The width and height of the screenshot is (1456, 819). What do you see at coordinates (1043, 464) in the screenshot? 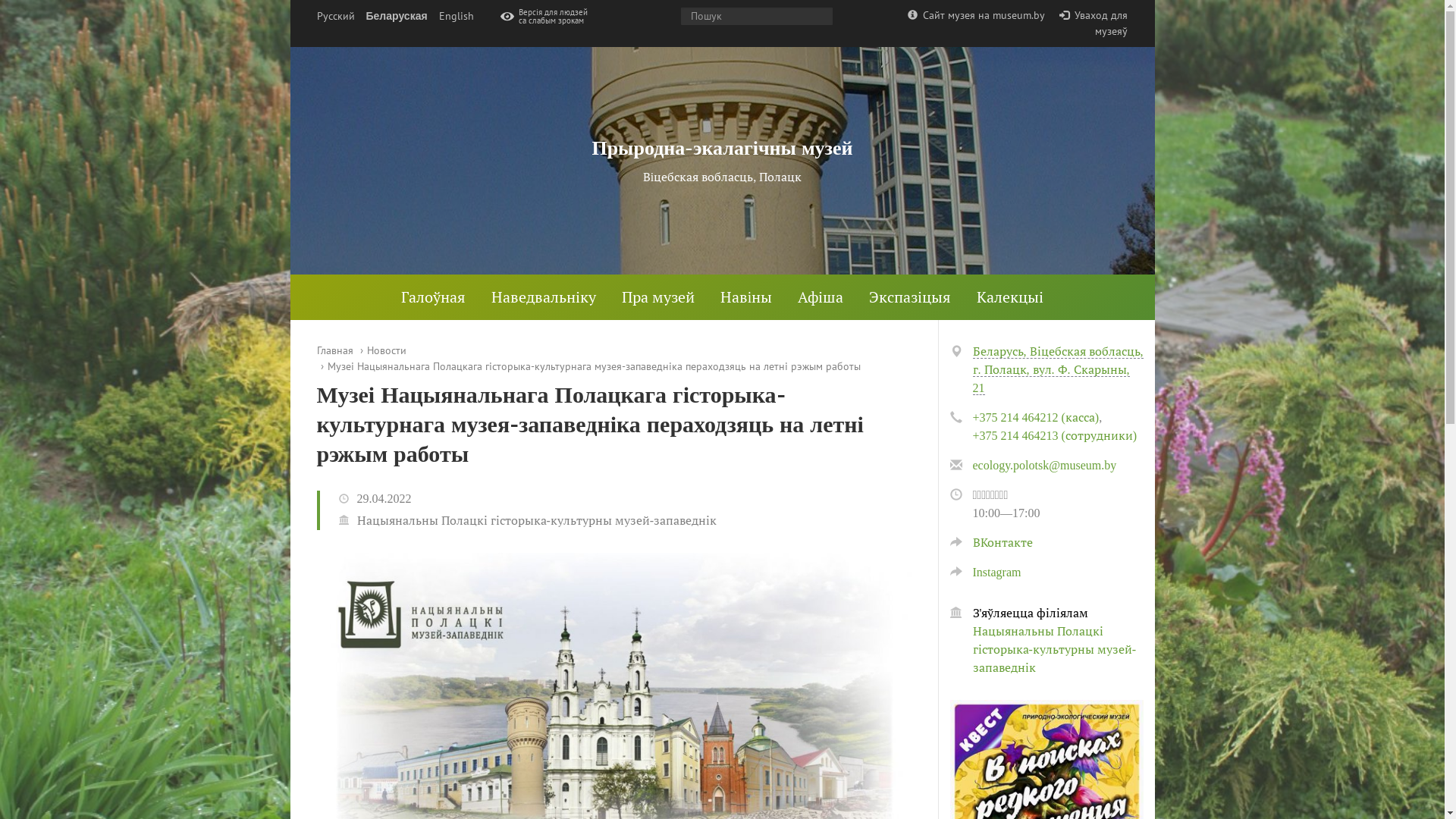
I see `'ecology.polotsk@museum.by'` at bounding box center [1043, 464].